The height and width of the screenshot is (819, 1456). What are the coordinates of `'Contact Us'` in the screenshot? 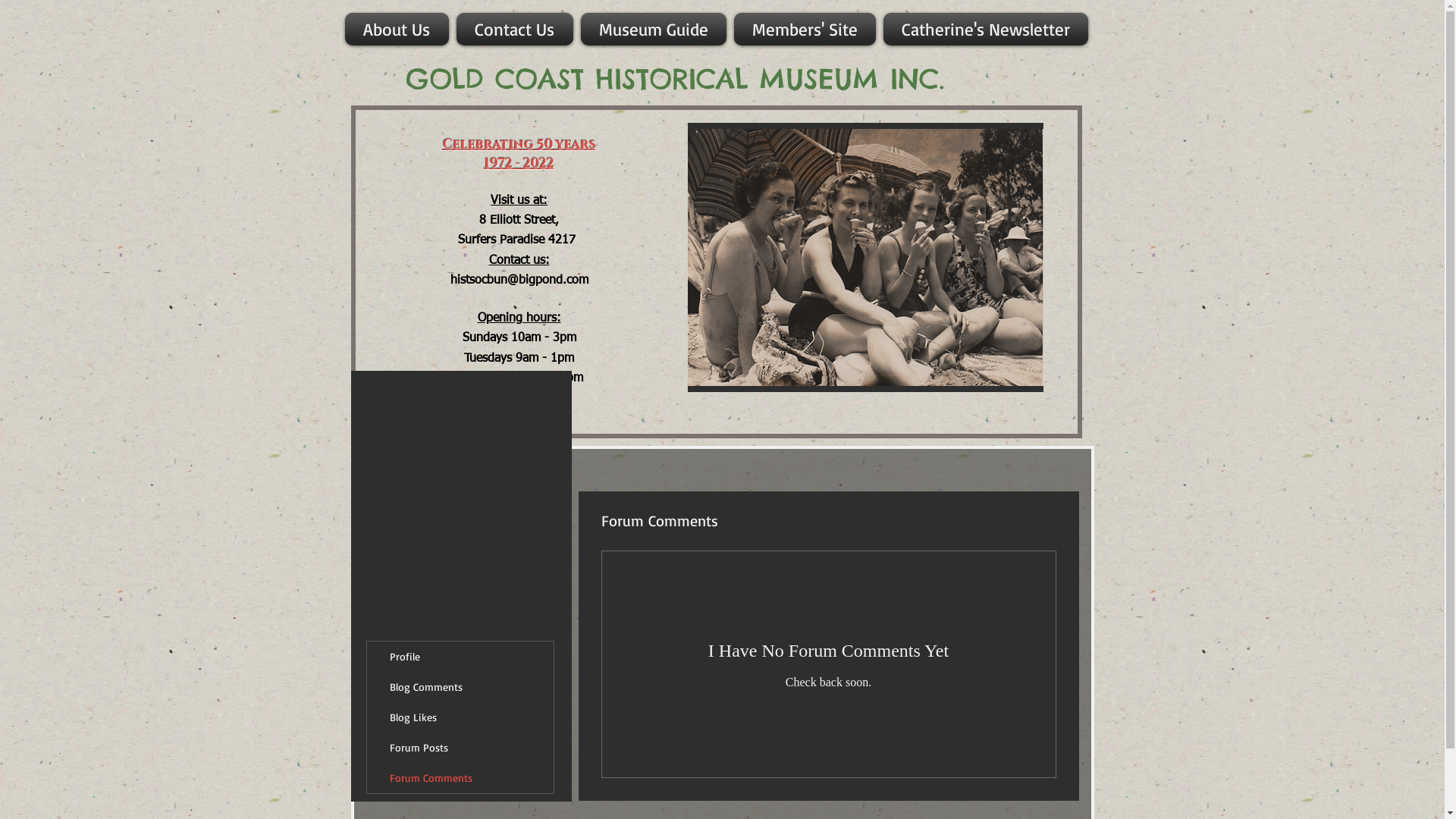 It's located at (450, 29).